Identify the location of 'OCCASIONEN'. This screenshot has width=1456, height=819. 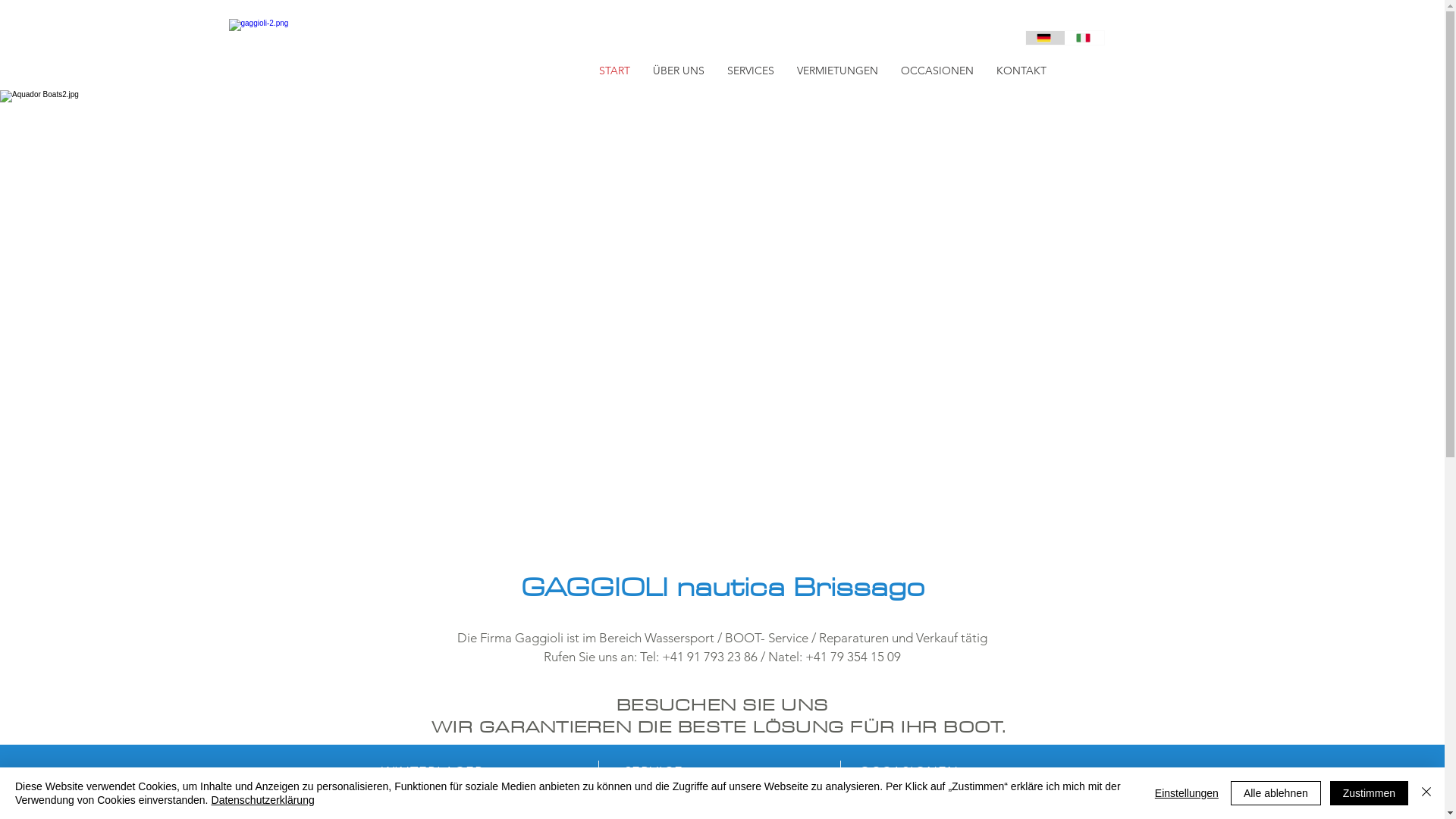
(935, 70).